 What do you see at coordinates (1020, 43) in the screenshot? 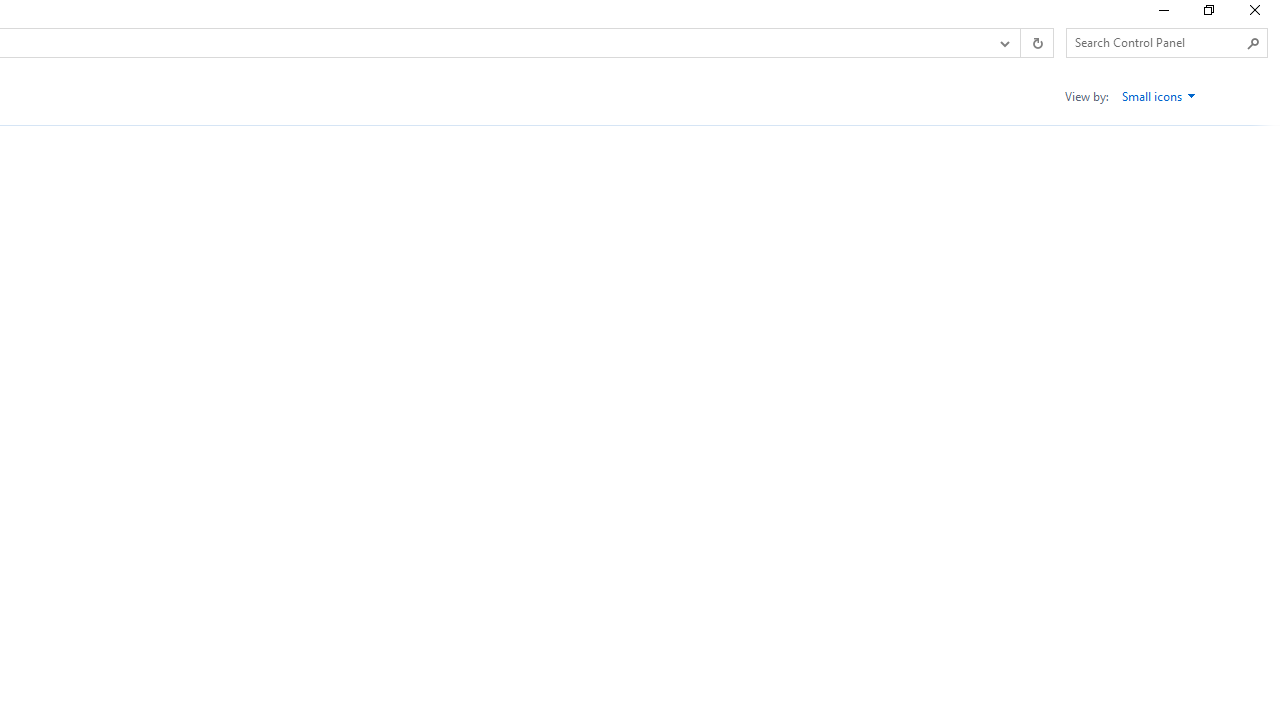
I see `'Address band toolbar'` at bounding box center [1020, 43].